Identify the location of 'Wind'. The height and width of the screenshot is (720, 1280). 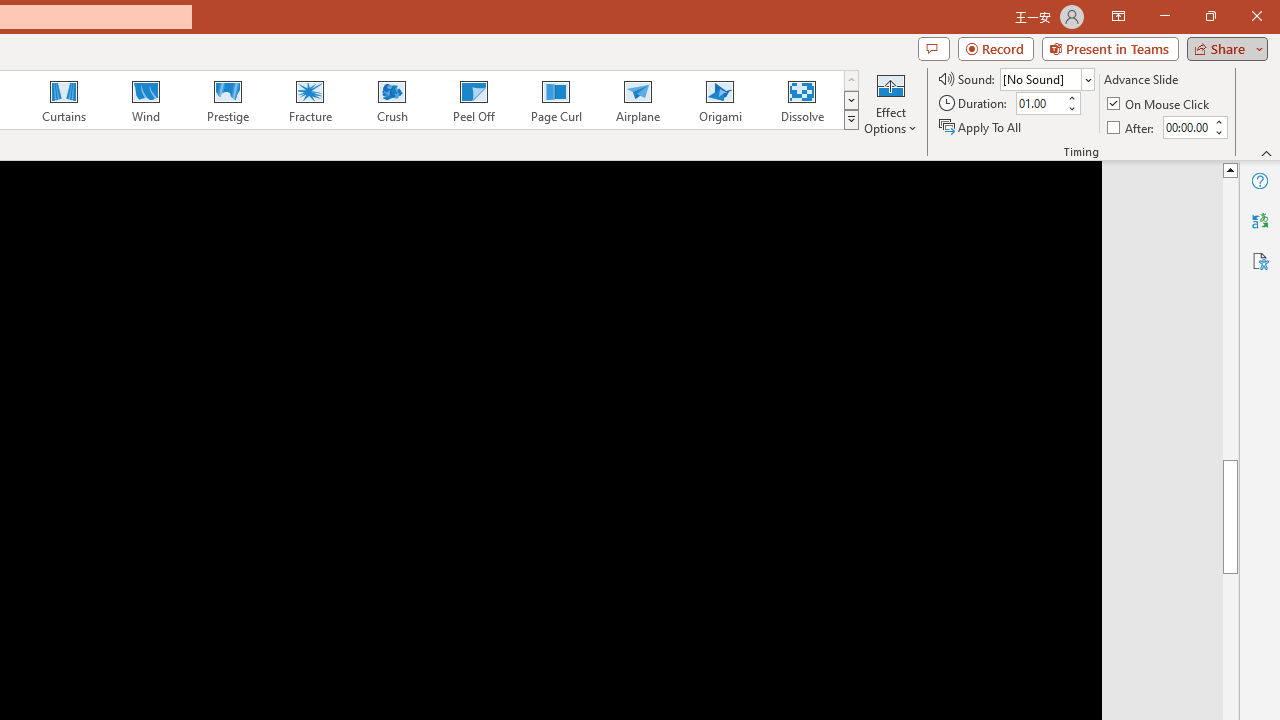
(144, 100).